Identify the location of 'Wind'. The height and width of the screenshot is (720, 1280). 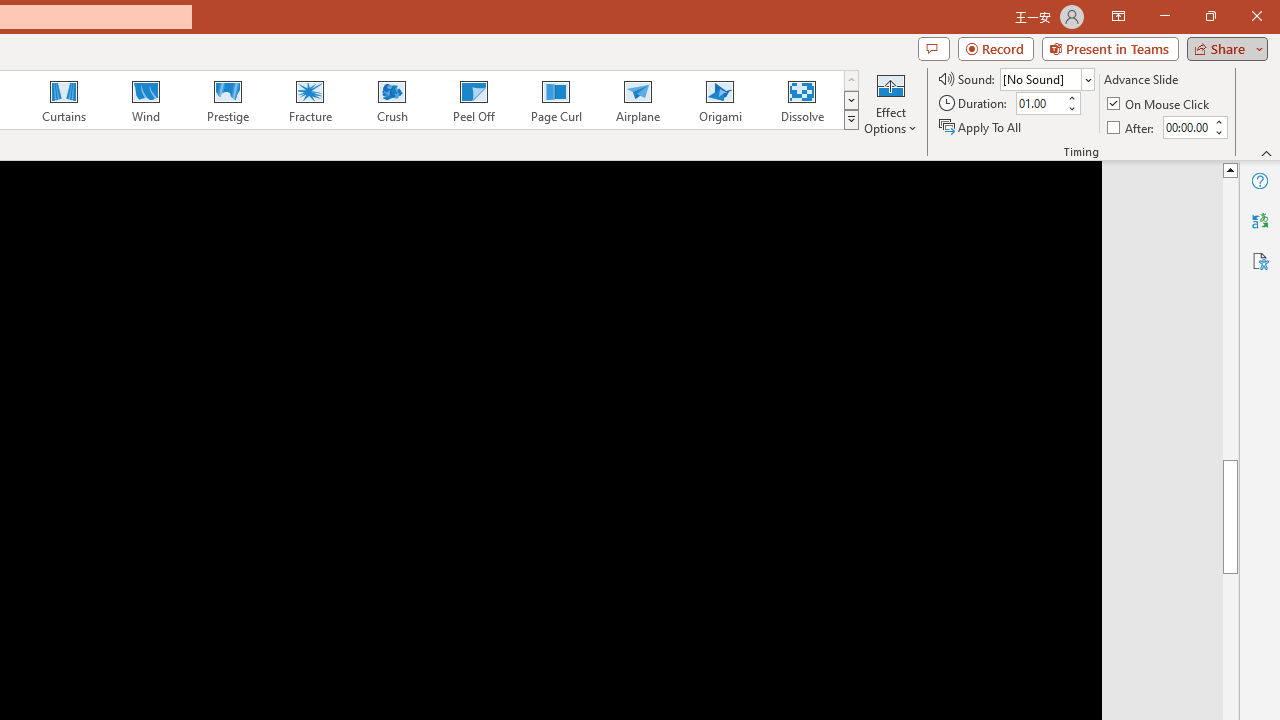
(144, 100).